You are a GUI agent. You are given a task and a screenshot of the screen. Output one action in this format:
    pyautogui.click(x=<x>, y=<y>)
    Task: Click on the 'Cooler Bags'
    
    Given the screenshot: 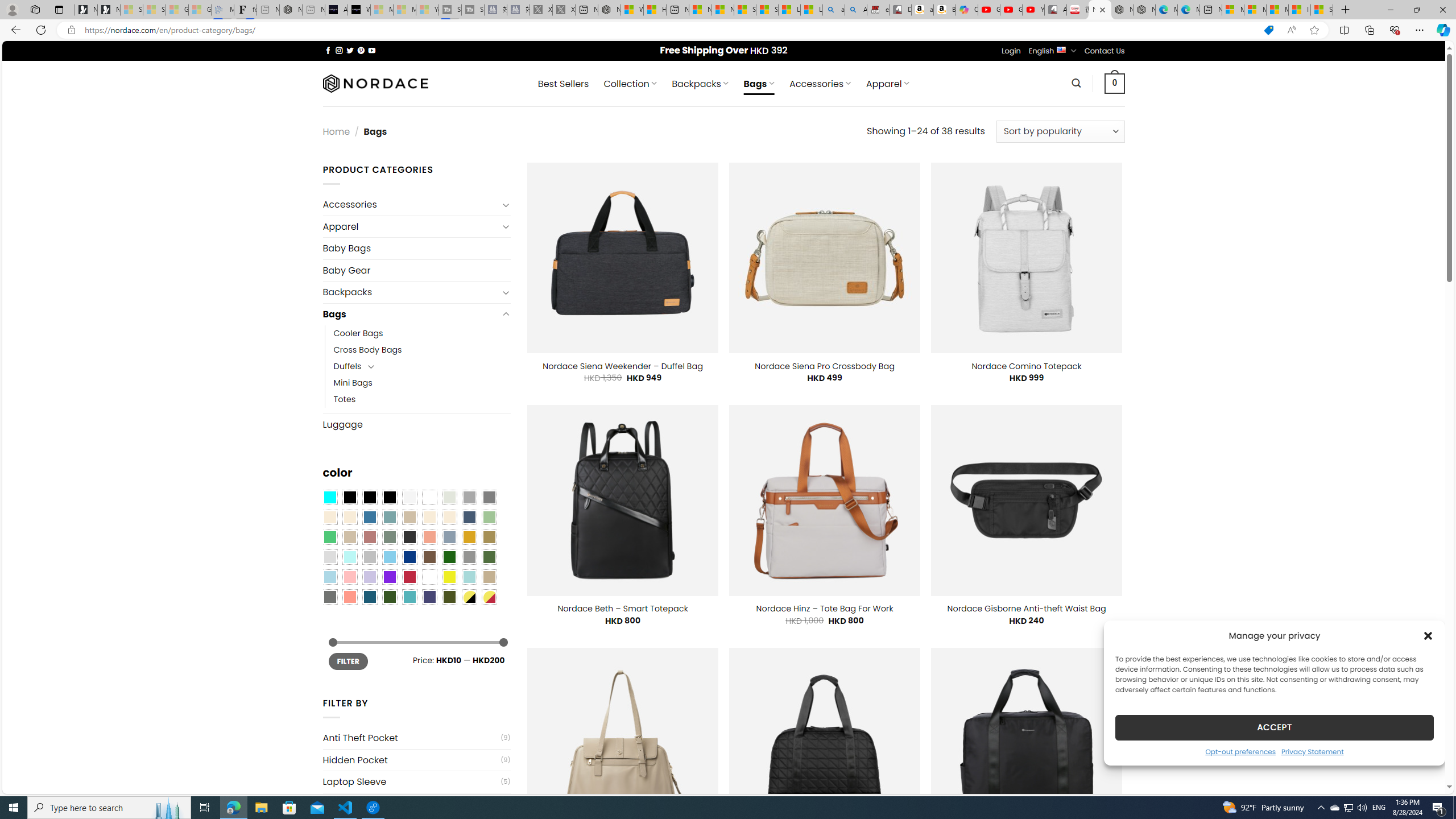 What is the action you would take?
    pyautogui.click(x=357, y=333)
    